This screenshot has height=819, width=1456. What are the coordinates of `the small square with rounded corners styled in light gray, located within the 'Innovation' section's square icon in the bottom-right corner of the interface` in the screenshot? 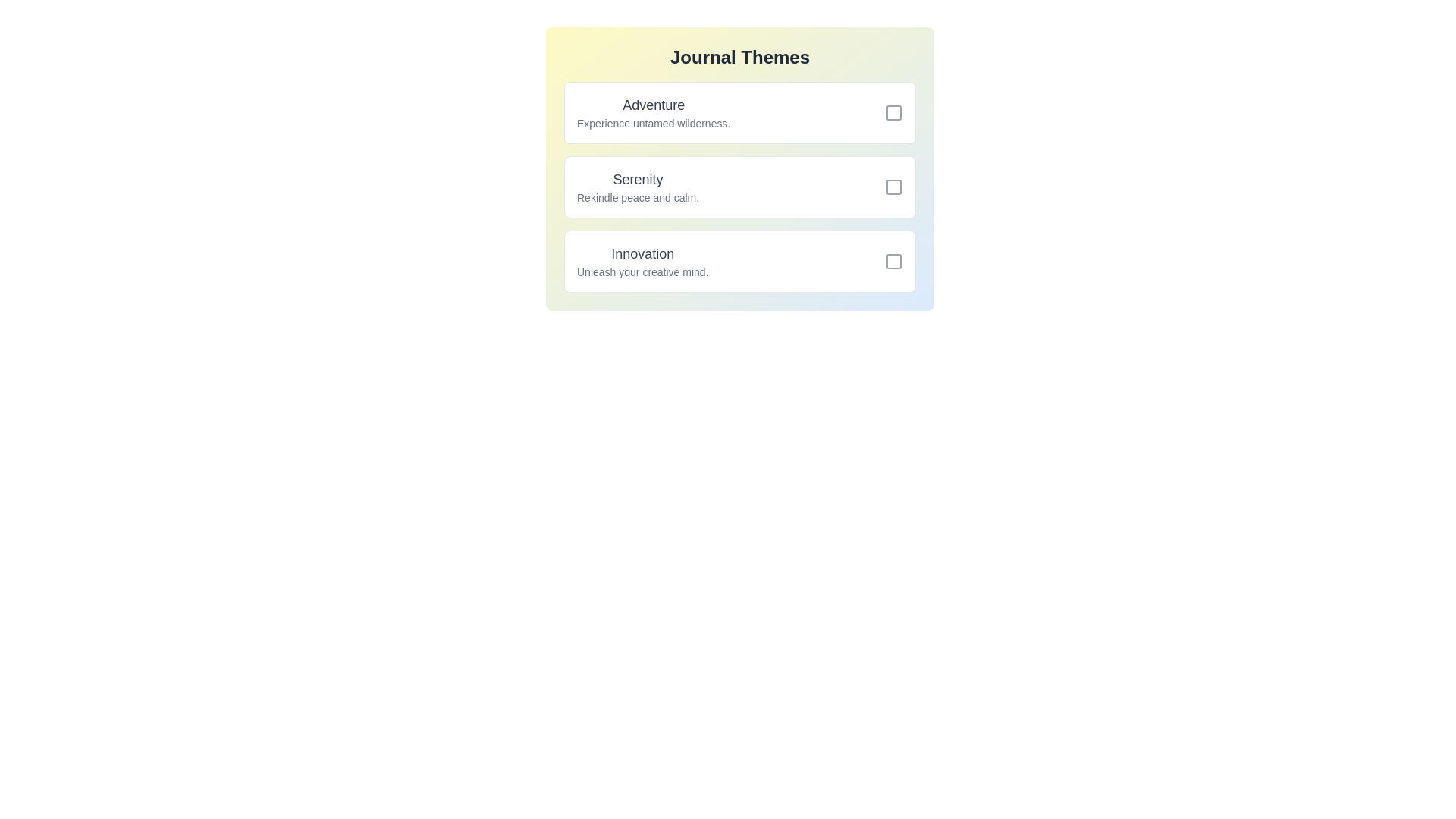 It's located at (894, 260).